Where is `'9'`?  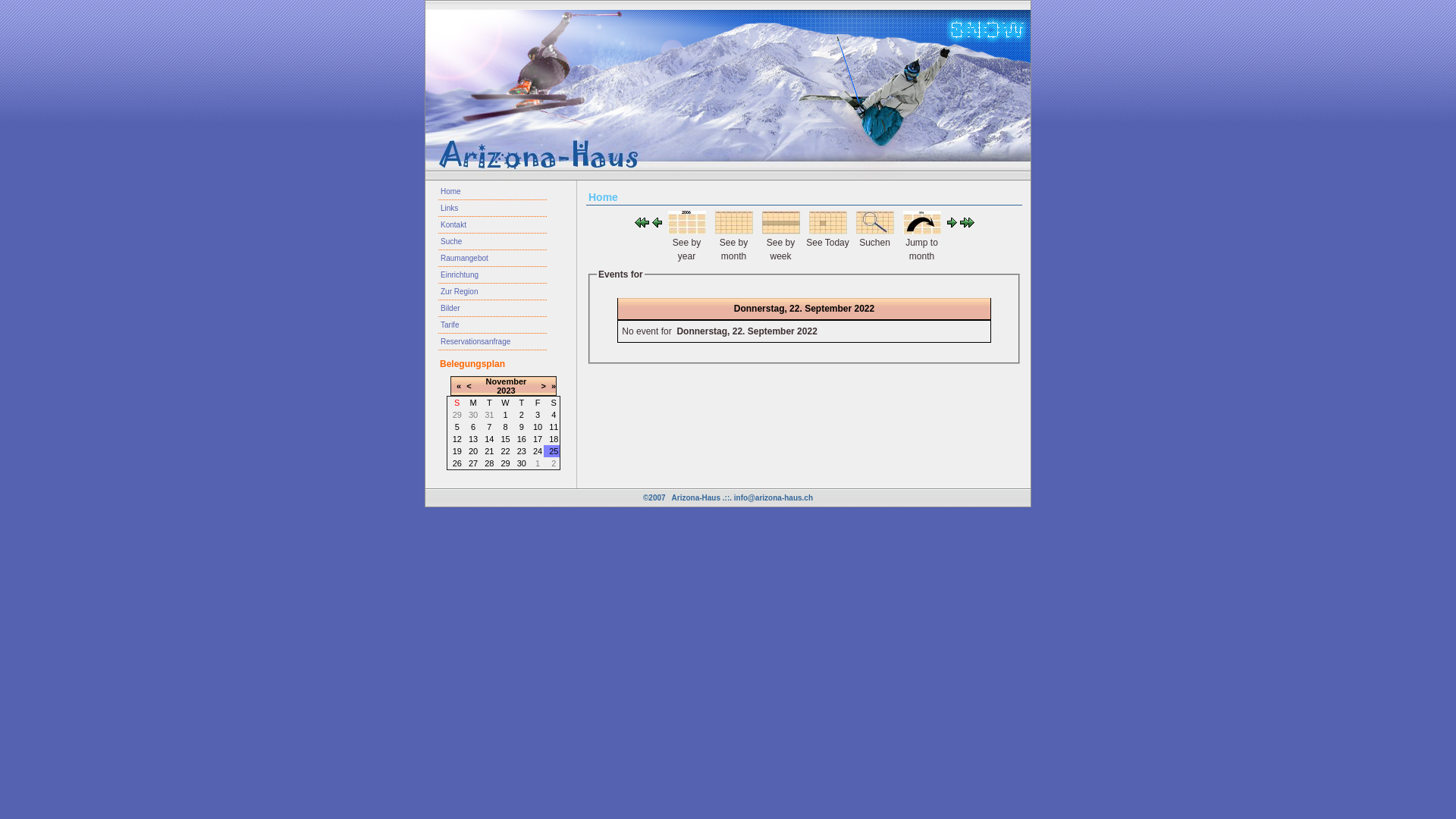
'9' is located at coordinates (521, 427).